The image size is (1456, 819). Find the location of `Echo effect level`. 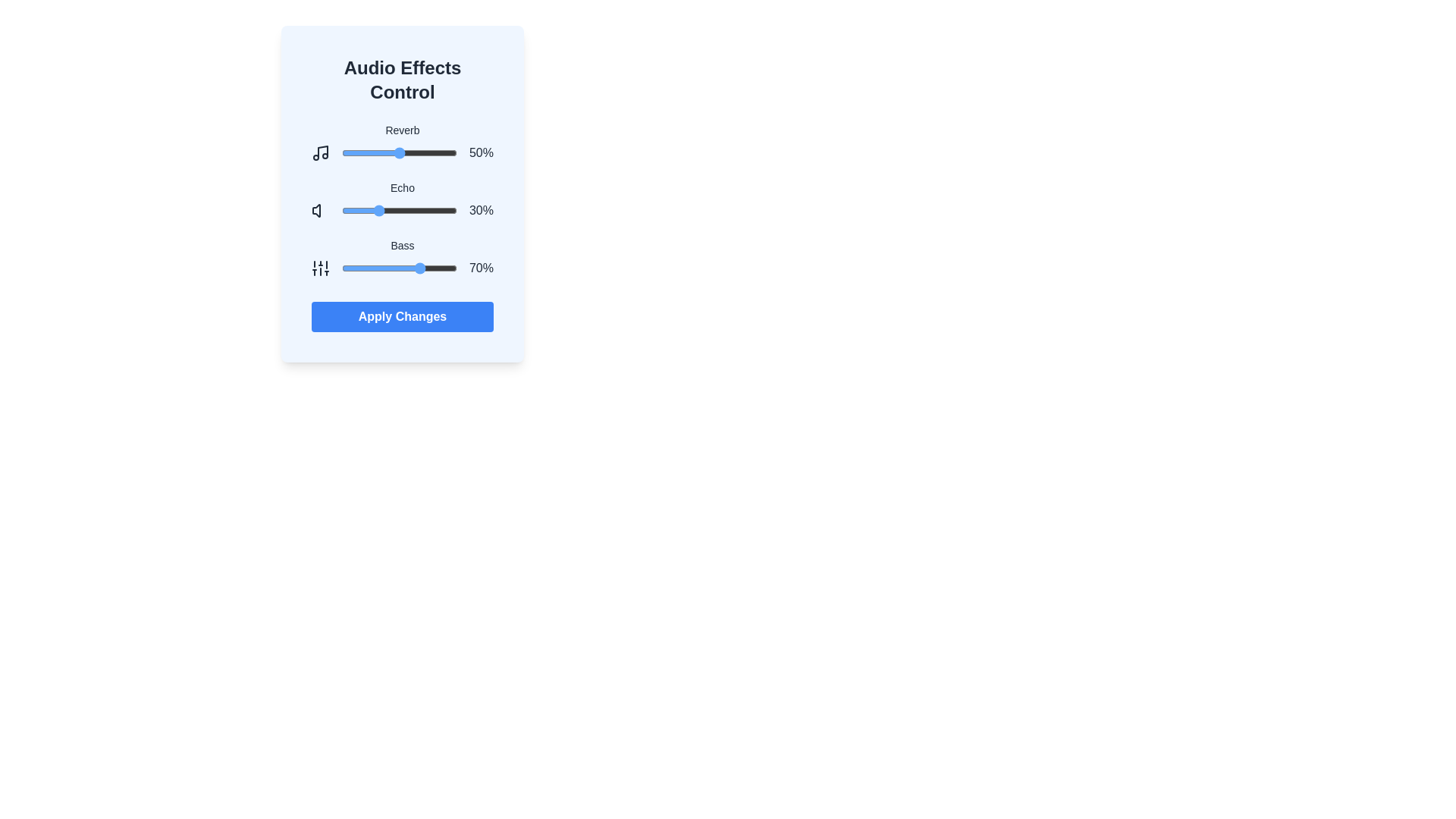

Echo effect level is located at coordinates (372, 210).